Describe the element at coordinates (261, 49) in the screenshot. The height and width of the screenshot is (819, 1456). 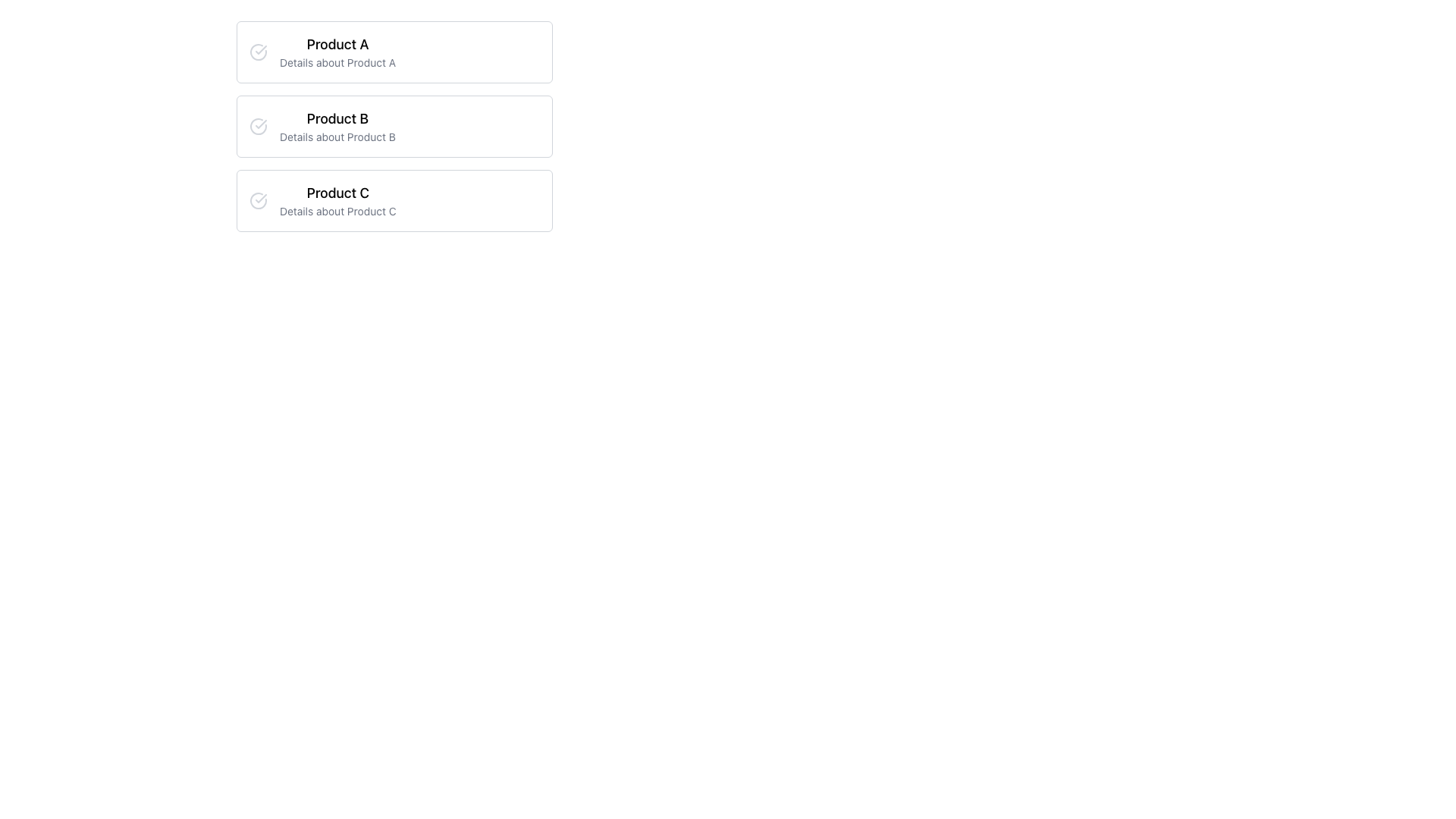
I see `the minimalist check-mark icon with a circular outline that precedes the text 'Product A' in the first list item` at that location.